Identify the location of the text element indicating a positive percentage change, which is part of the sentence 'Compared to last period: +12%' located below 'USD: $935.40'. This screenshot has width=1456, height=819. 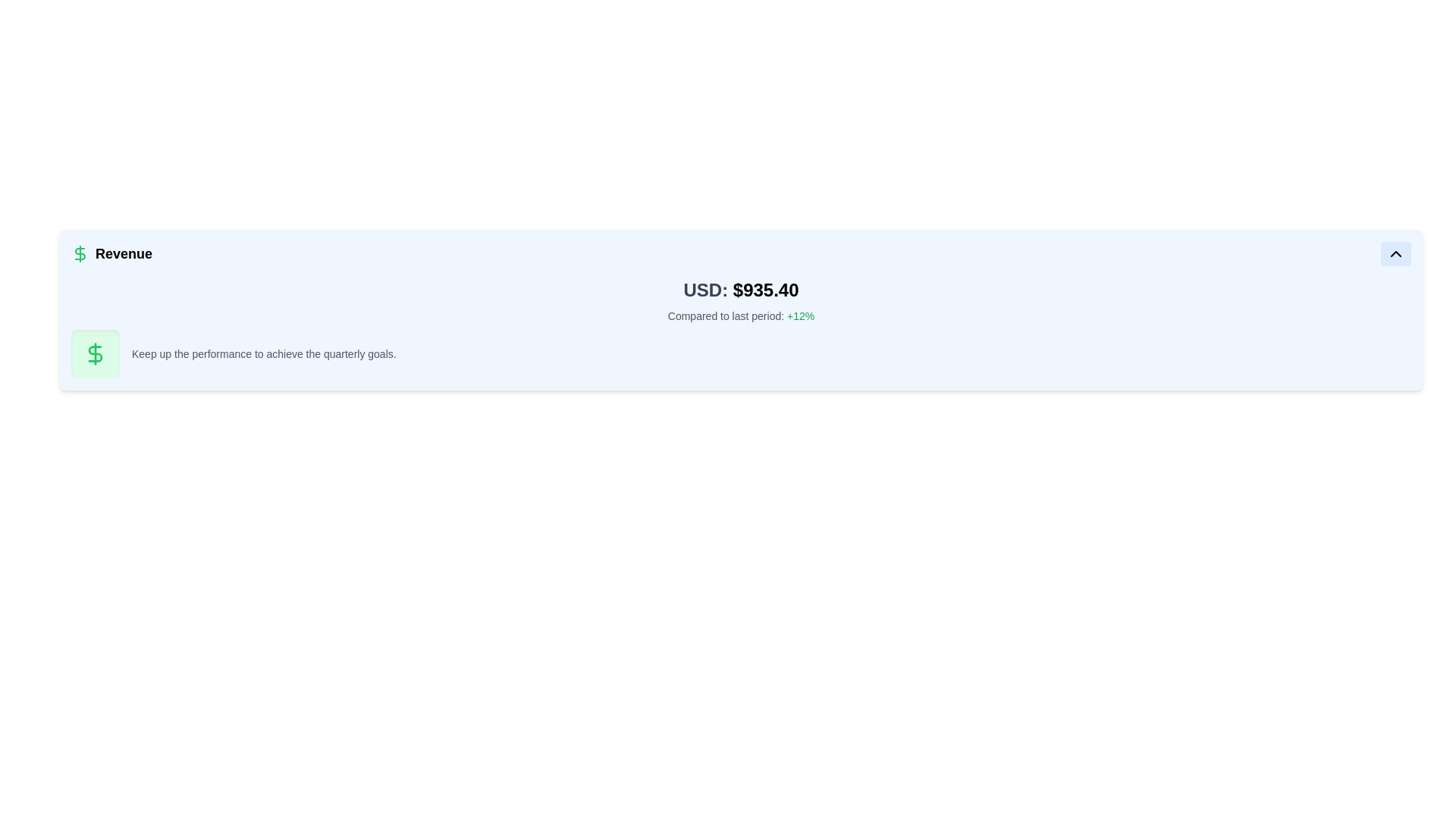
(800, 315).